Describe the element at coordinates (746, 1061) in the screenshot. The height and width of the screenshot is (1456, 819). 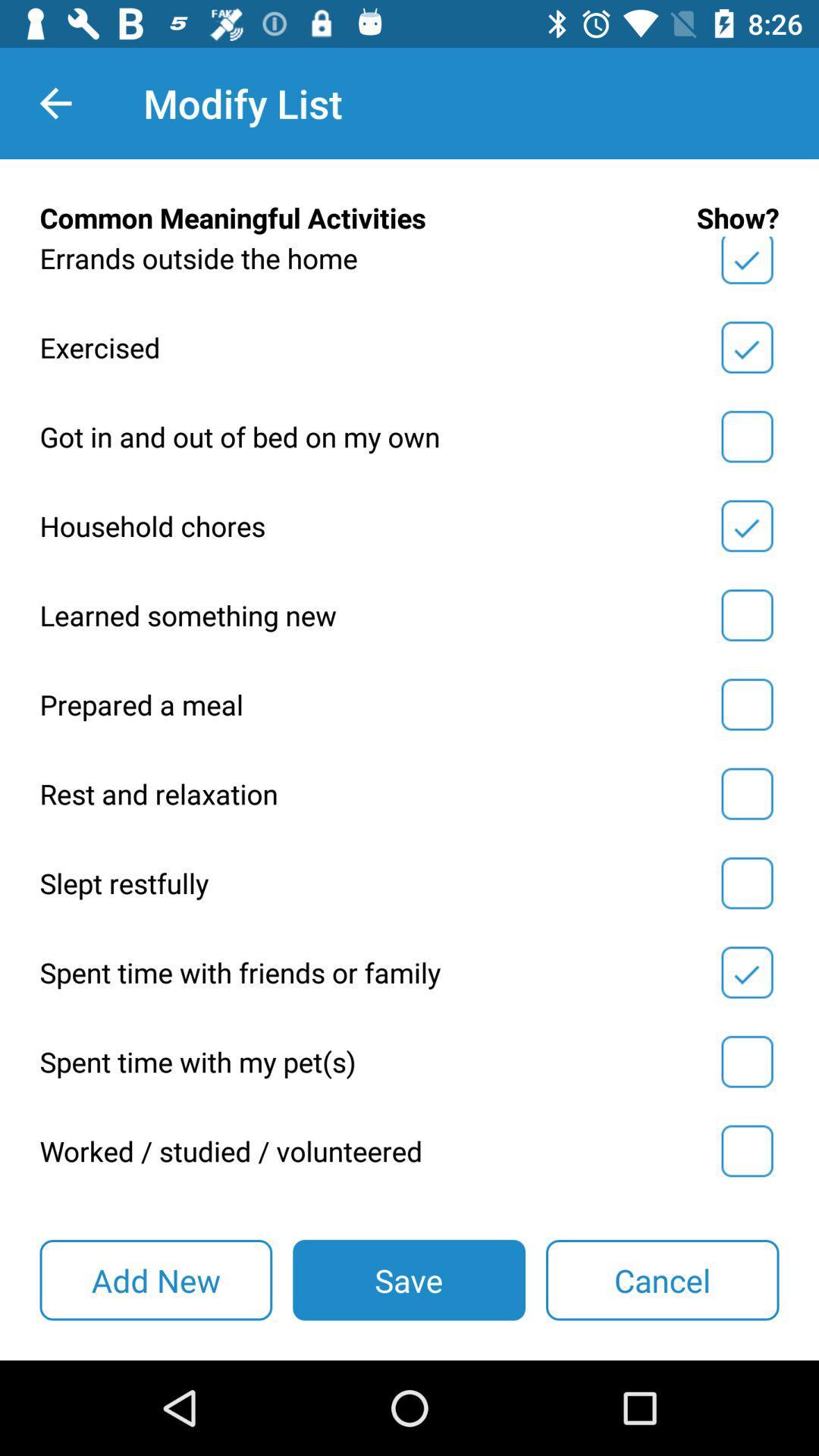
I see `check/uncheck box to show/hide activity` at that location.